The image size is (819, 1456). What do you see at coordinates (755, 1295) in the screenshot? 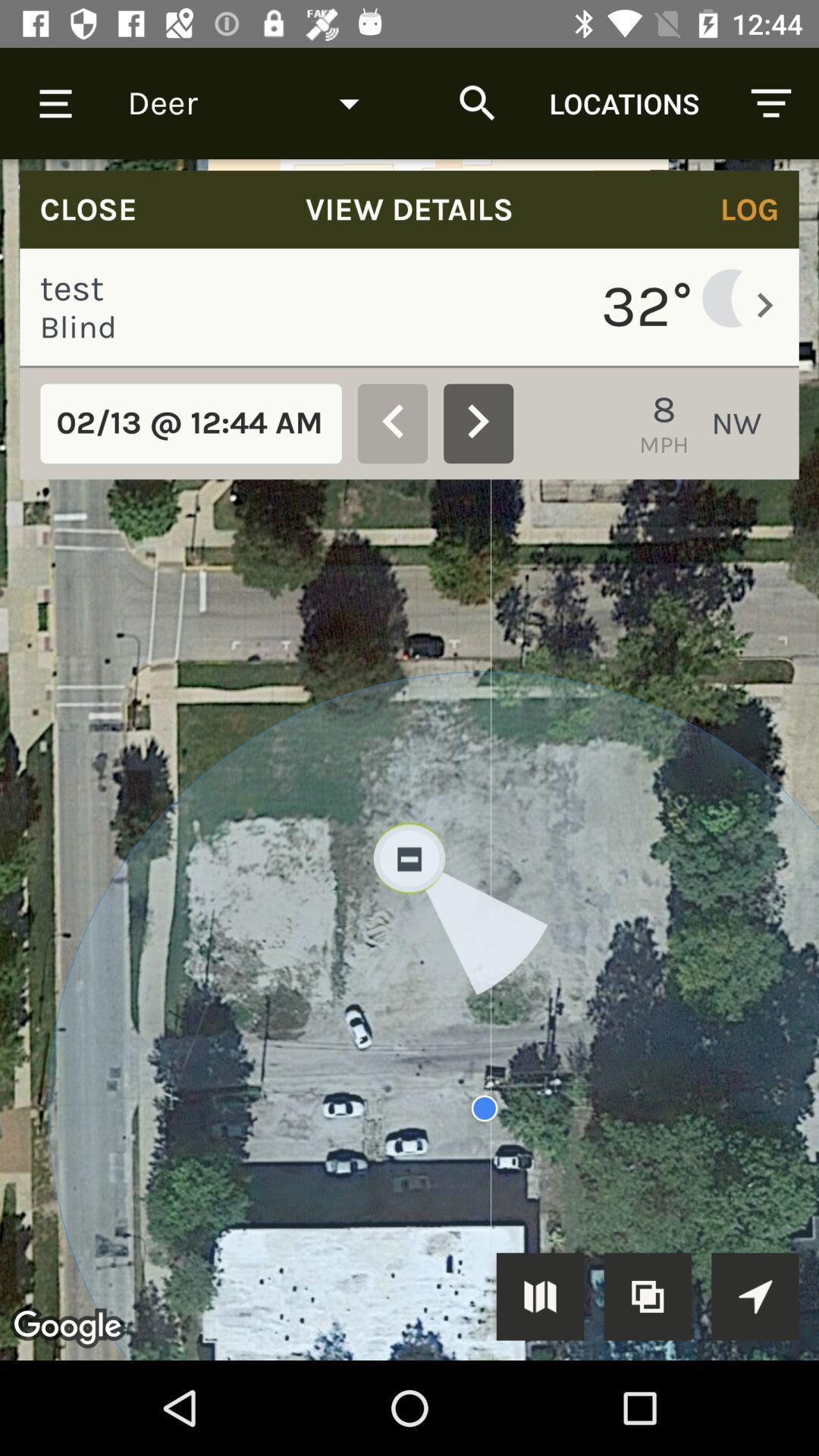
I see `explore the map` at bounding box center [755, 1295].